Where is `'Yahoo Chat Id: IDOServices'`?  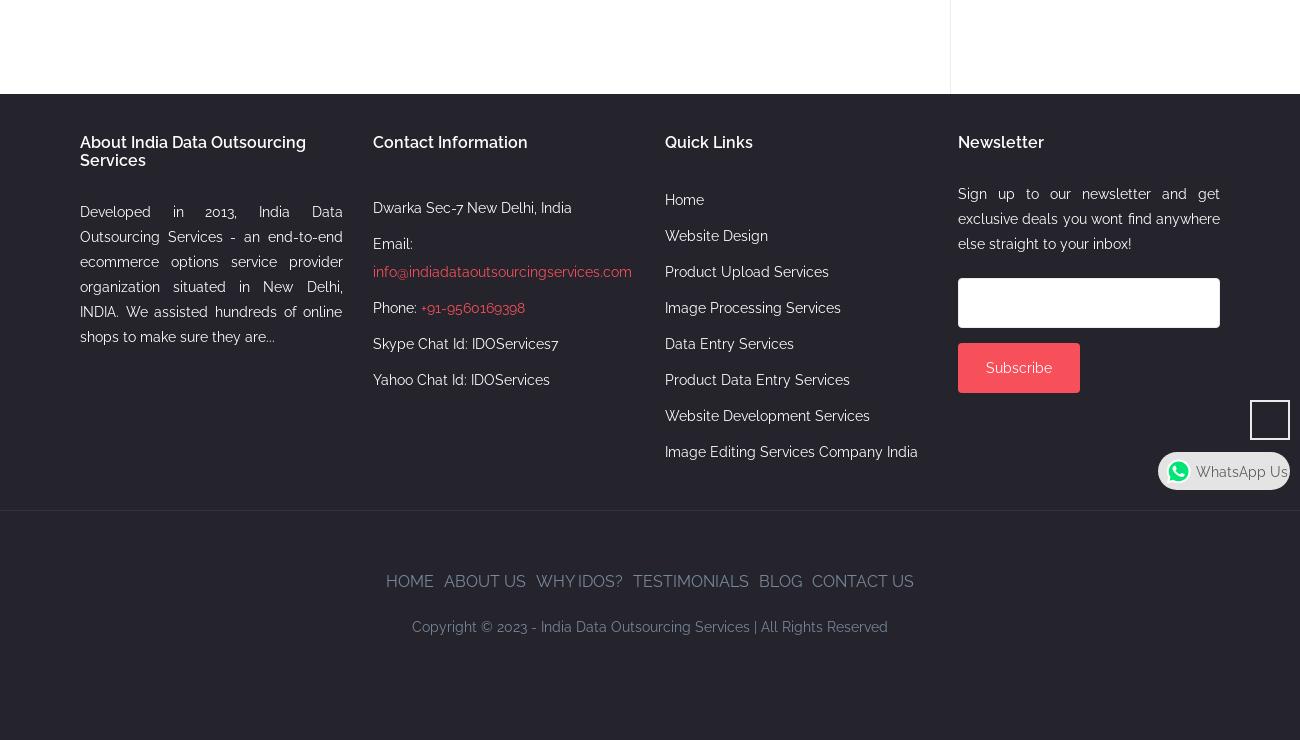 'Yahoo Chat Id: IDOServices' is located at coordinates (371, 378).